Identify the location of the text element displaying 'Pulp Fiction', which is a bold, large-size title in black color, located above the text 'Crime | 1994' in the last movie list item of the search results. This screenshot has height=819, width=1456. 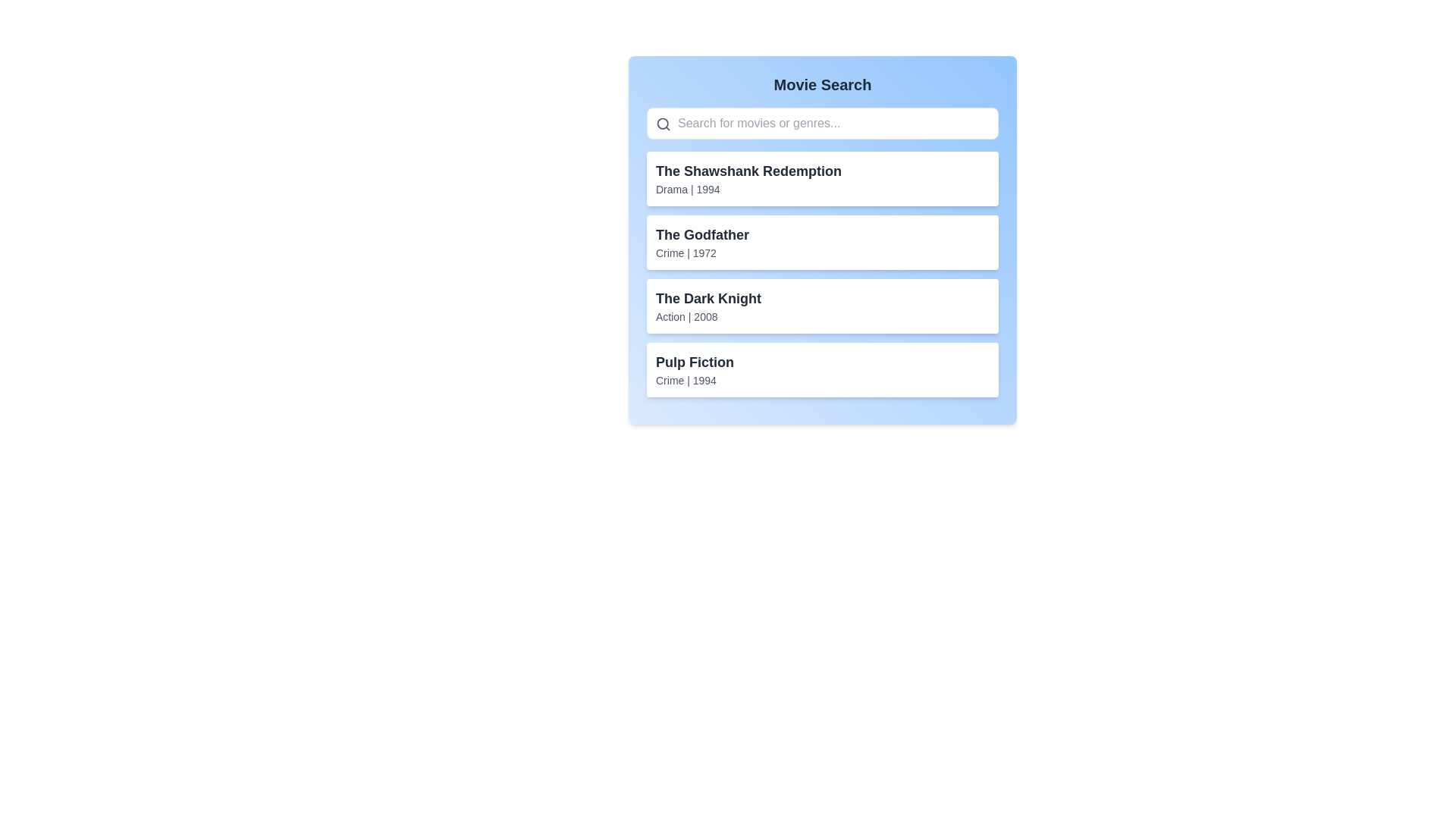
(694, 362).